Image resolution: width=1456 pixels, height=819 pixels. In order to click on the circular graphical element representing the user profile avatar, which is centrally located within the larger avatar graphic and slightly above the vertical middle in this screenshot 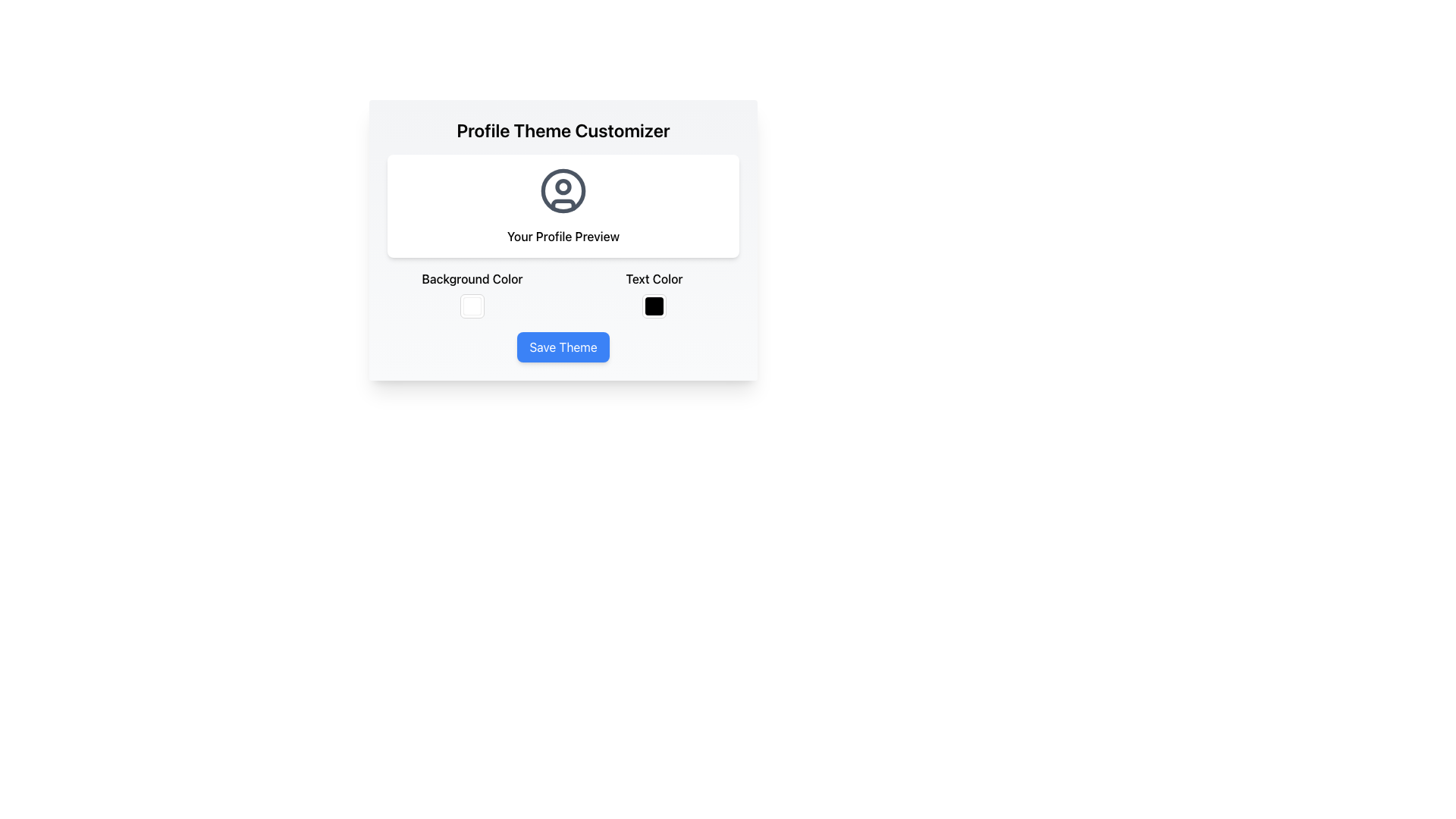, I will do `click(563, 186)`.